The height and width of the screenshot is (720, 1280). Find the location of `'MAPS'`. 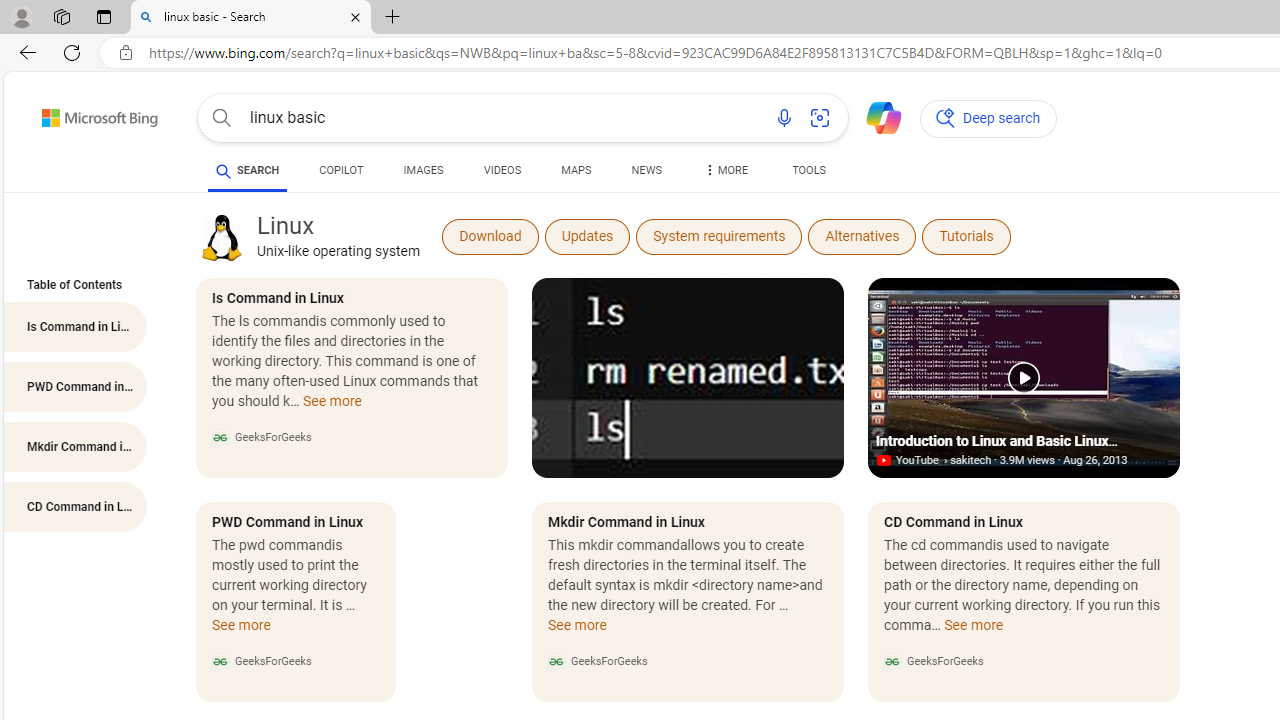

'MAPS' is located at coordinates (575, 170).